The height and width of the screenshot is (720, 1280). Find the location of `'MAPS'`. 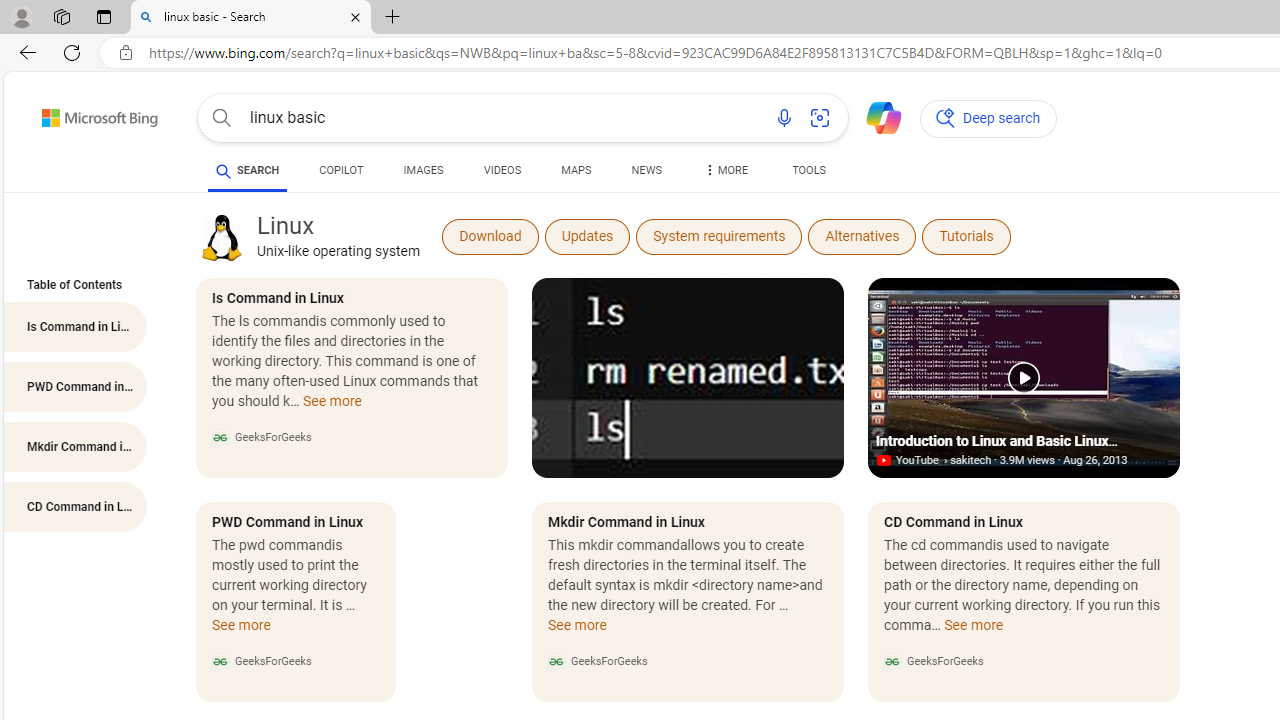

'MAPS' is located at coordinates (575, 170).